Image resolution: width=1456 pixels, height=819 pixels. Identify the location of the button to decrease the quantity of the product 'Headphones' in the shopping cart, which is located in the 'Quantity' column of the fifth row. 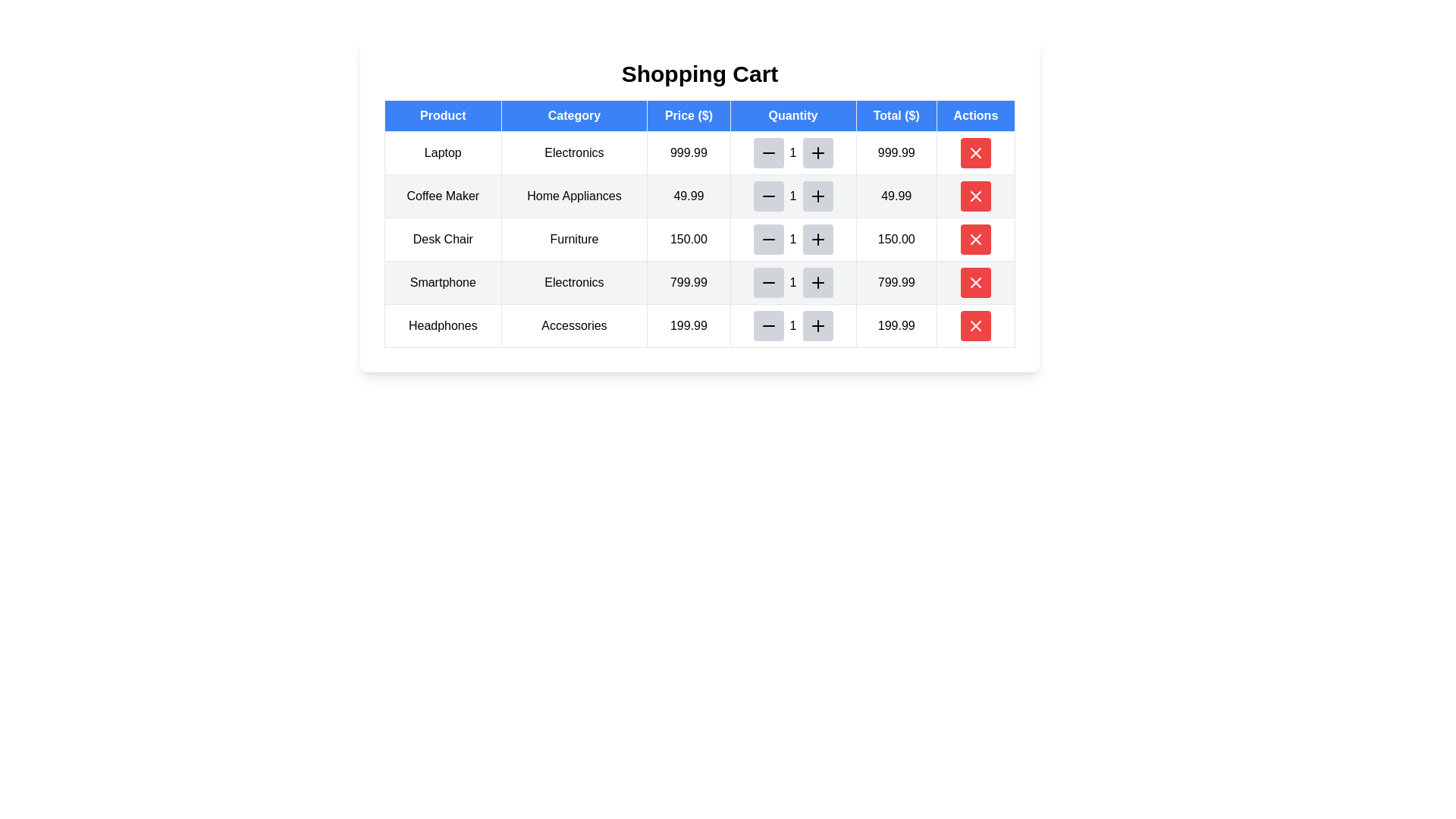
(768, 325).